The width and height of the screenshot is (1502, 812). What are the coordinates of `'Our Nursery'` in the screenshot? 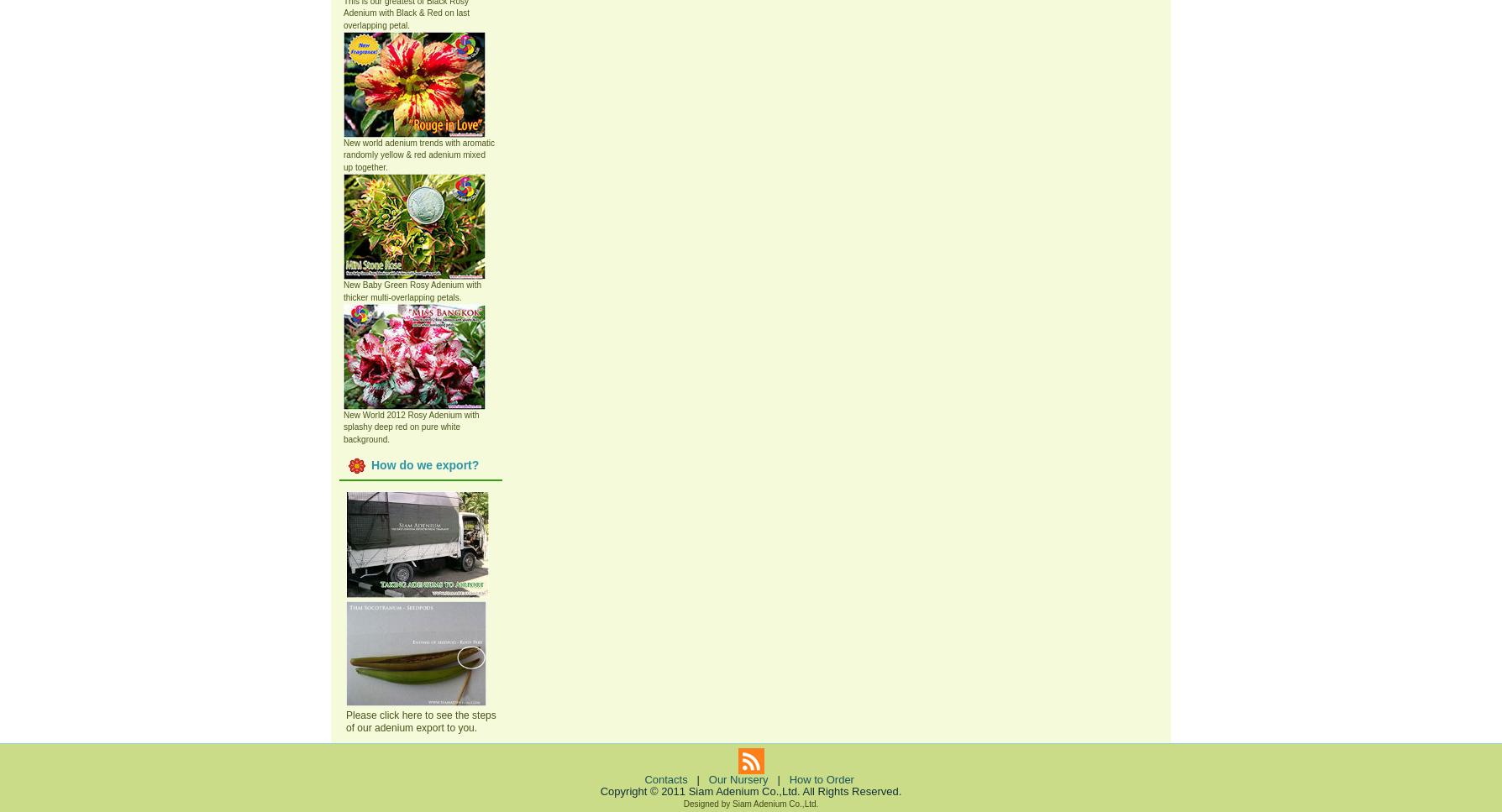 It's located at (737, 778).